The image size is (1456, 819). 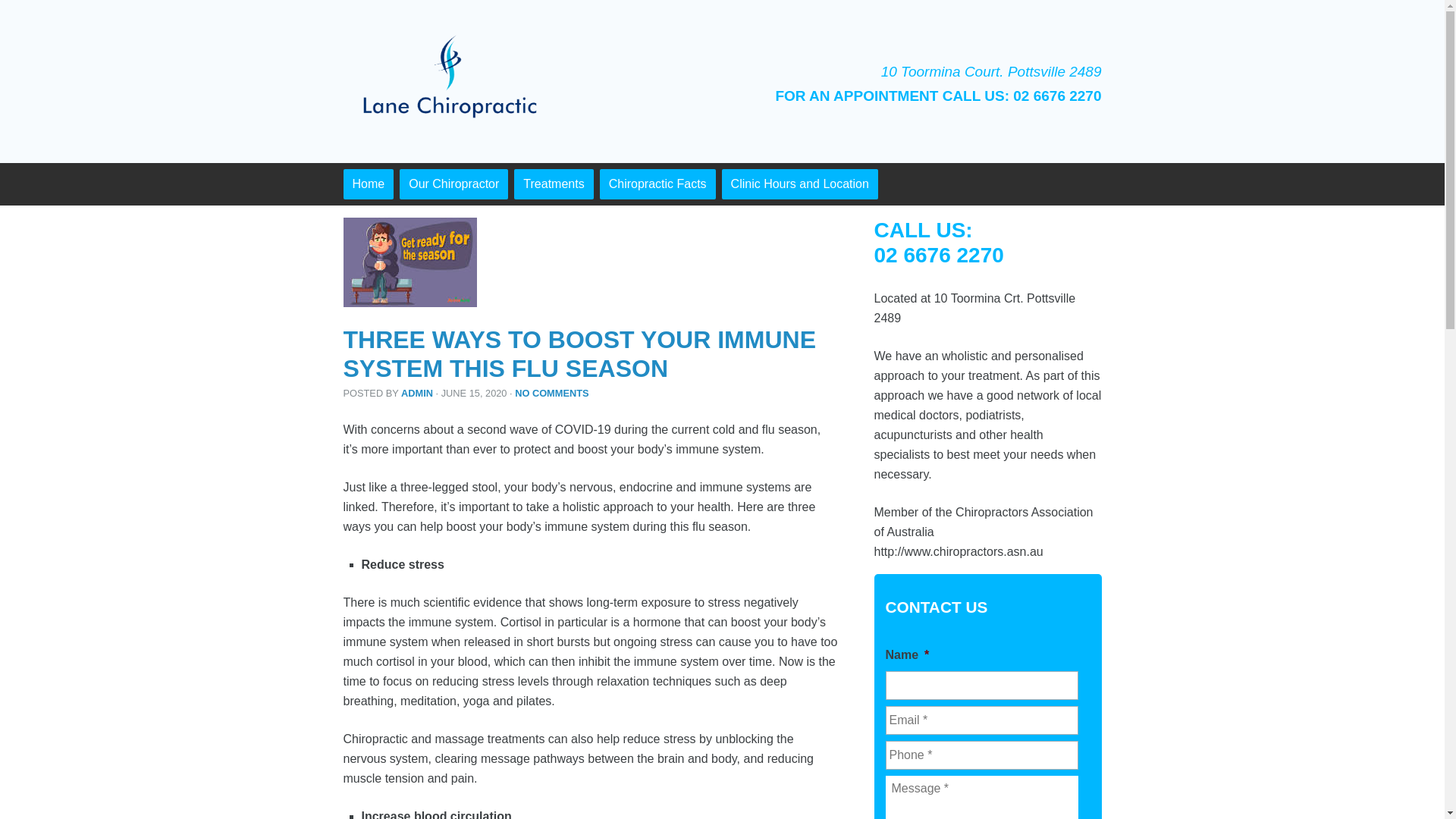 What do you see at coordinates (657, 184) in the screenshot?
I see `'Chiropractic Facts'` at bounding box center [657, 184].